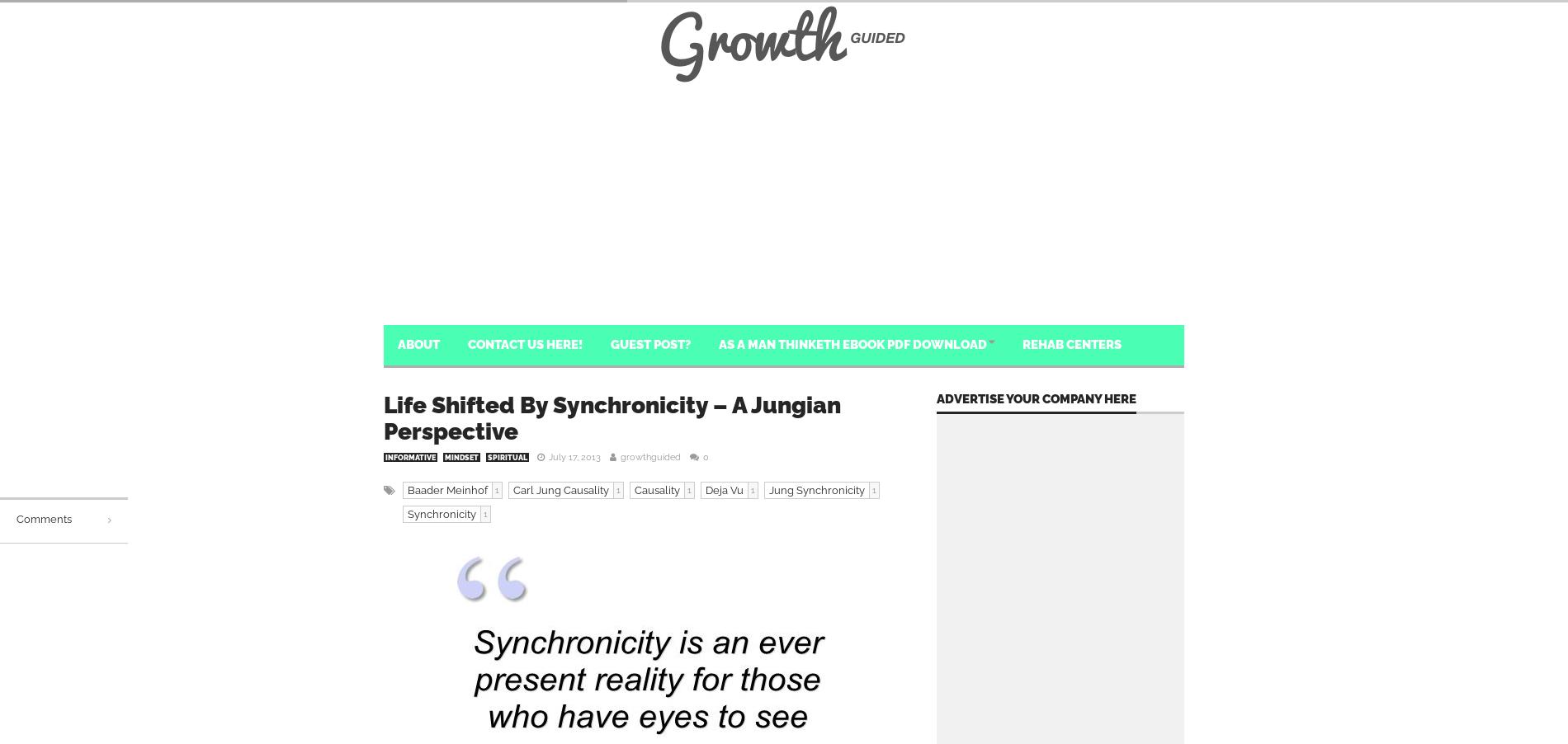  What do you see at coordinates (508, 458) in the screenshot?
I see `'Spiritual'` at bounding box center [508, 458].